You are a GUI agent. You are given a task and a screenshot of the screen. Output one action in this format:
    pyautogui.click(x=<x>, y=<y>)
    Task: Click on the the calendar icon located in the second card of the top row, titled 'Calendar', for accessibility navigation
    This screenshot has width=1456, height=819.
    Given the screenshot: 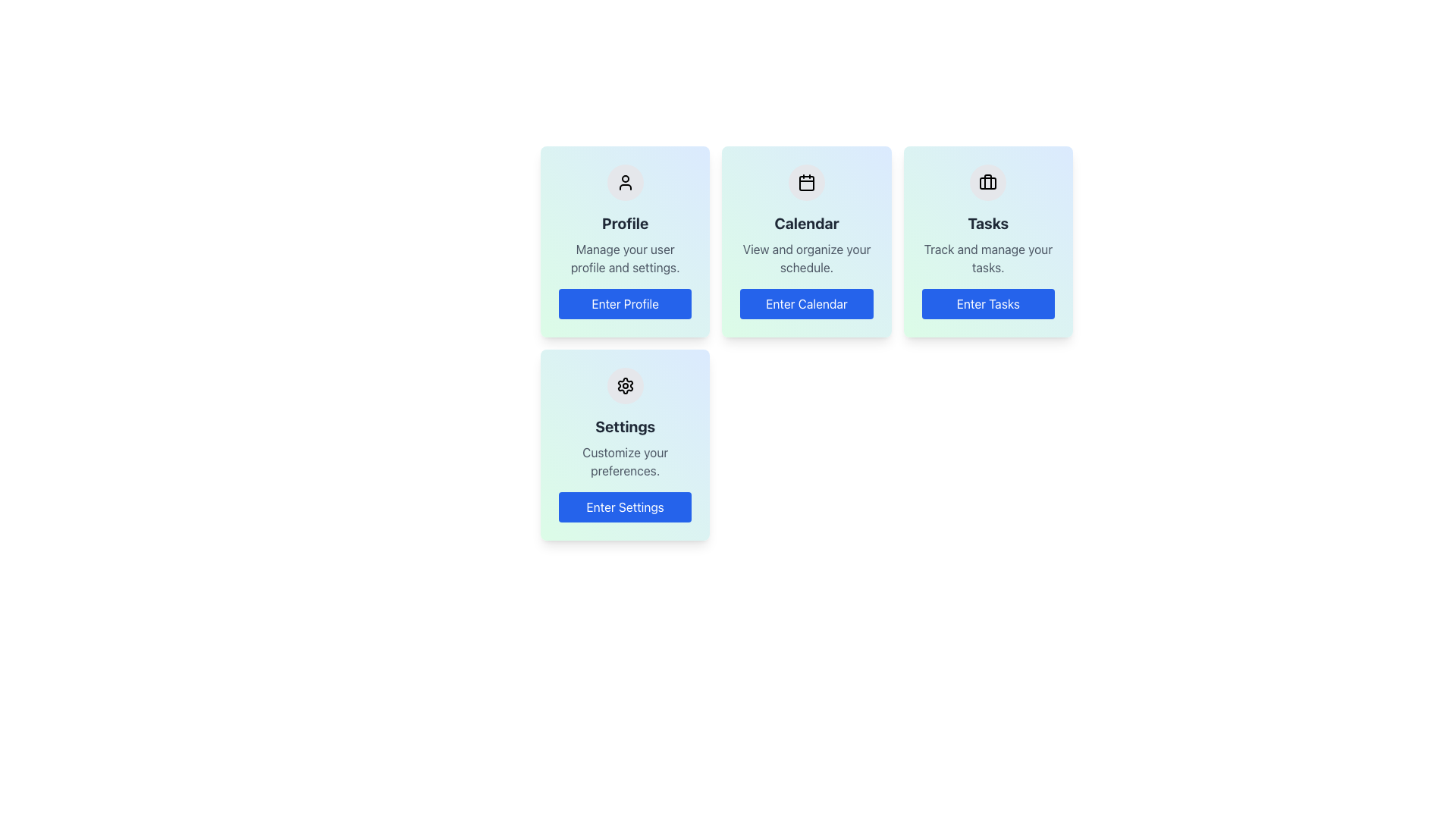 What is the action you would take?
    pyautogui.click(x=806, y=181)
    